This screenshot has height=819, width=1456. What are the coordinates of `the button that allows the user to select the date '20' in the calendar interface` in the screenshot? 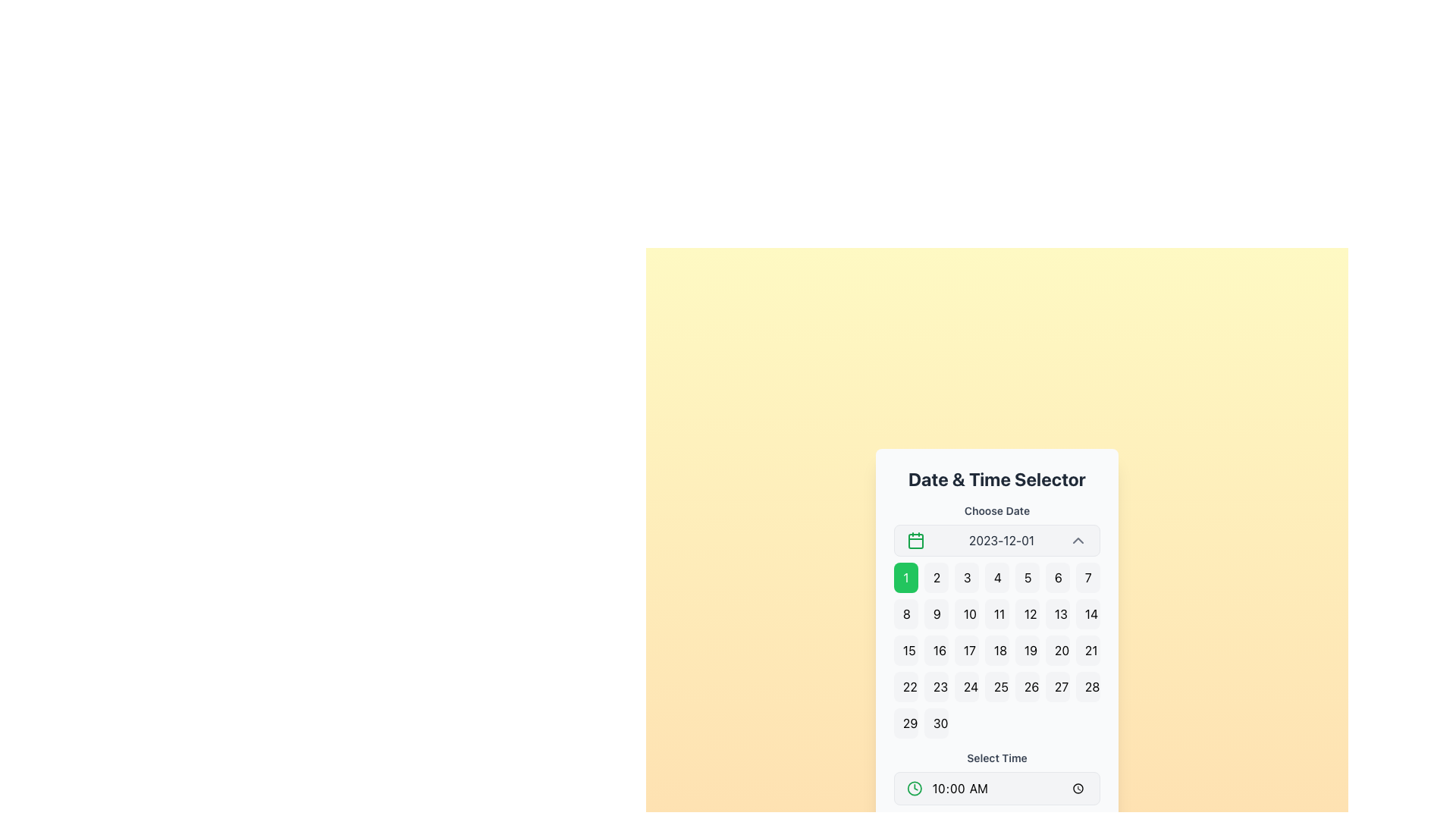 It's located at (1057, 649).